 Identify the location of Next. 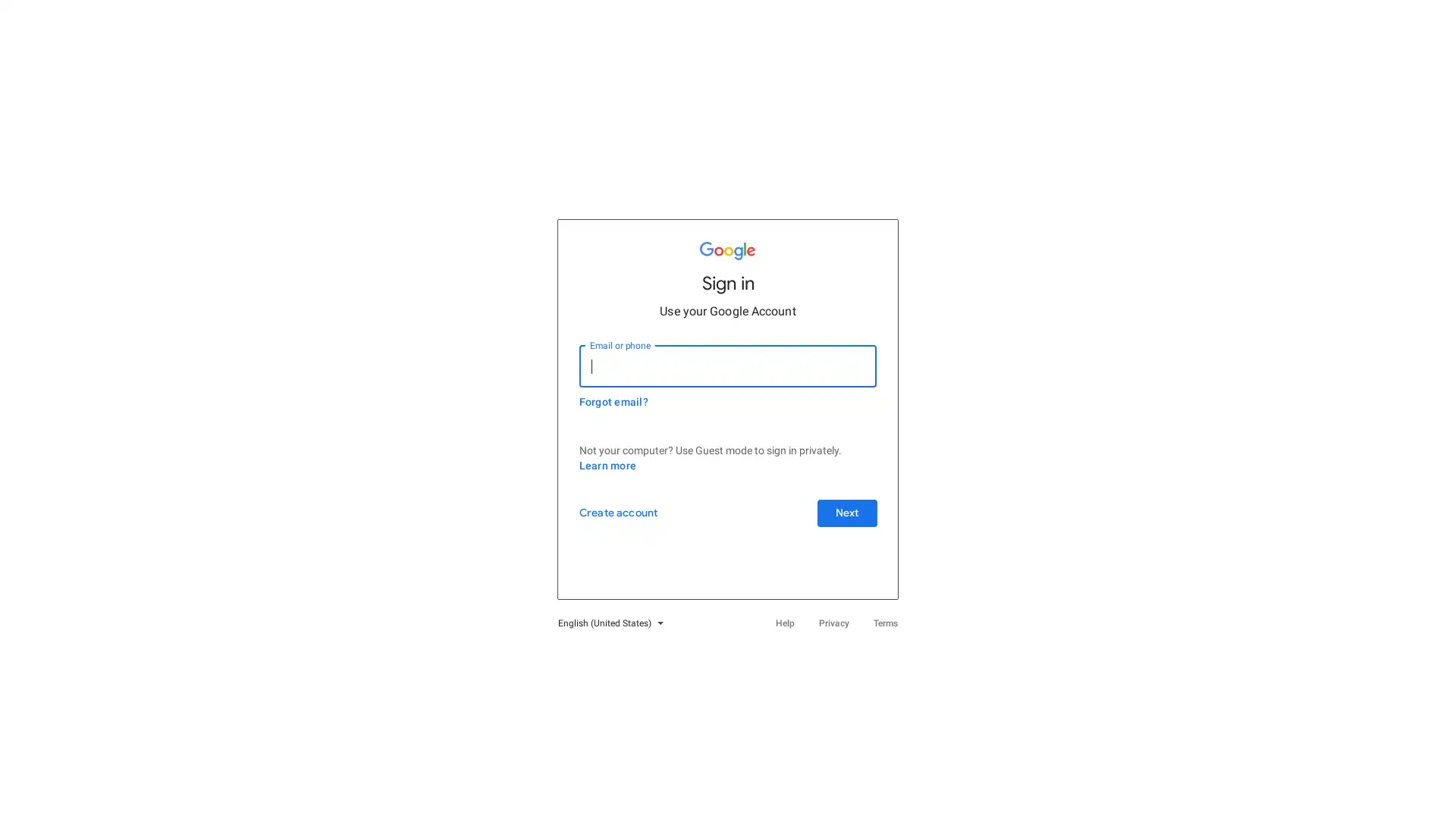
(836, 526).